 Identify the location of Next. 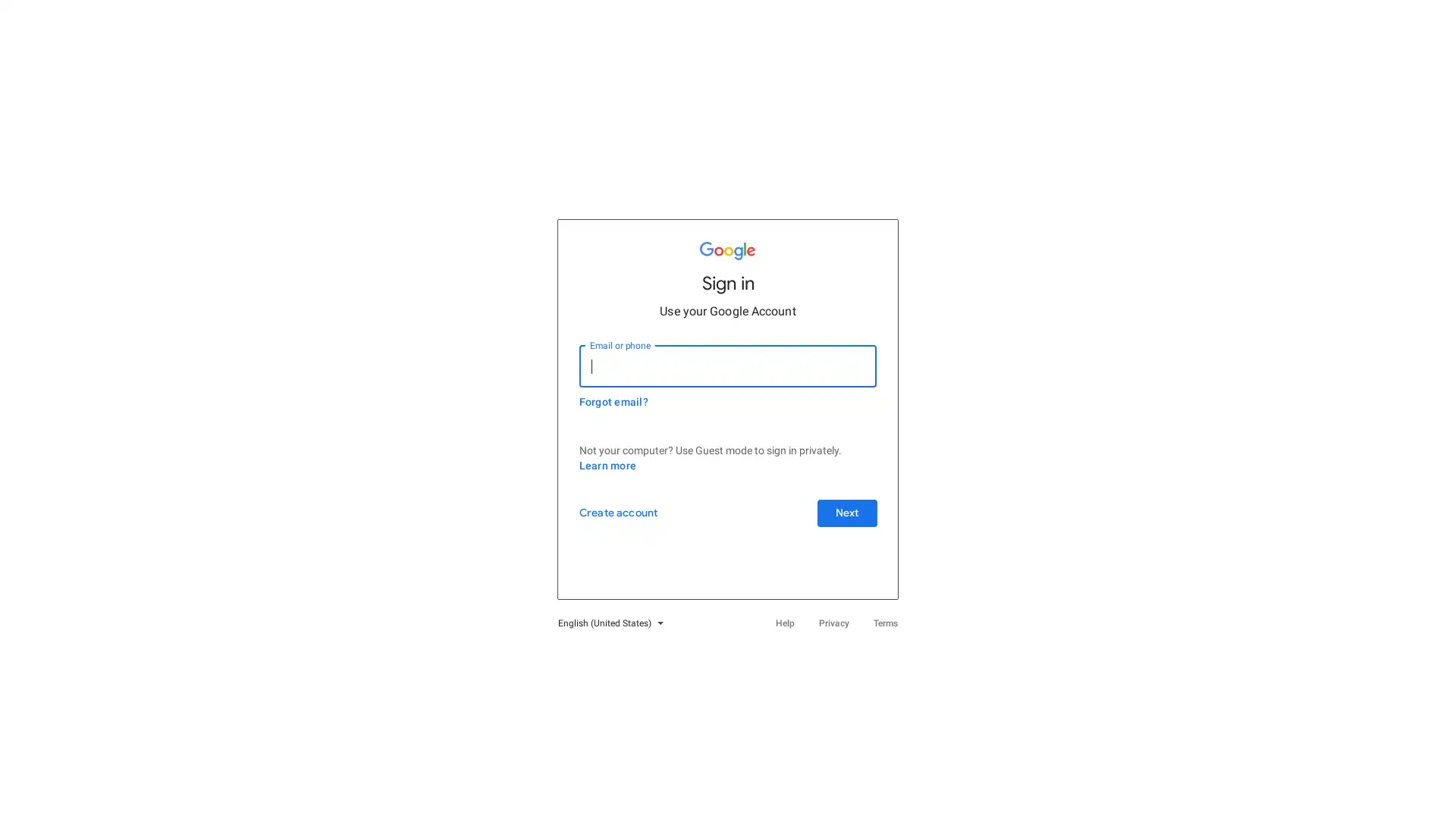
(836, 526).